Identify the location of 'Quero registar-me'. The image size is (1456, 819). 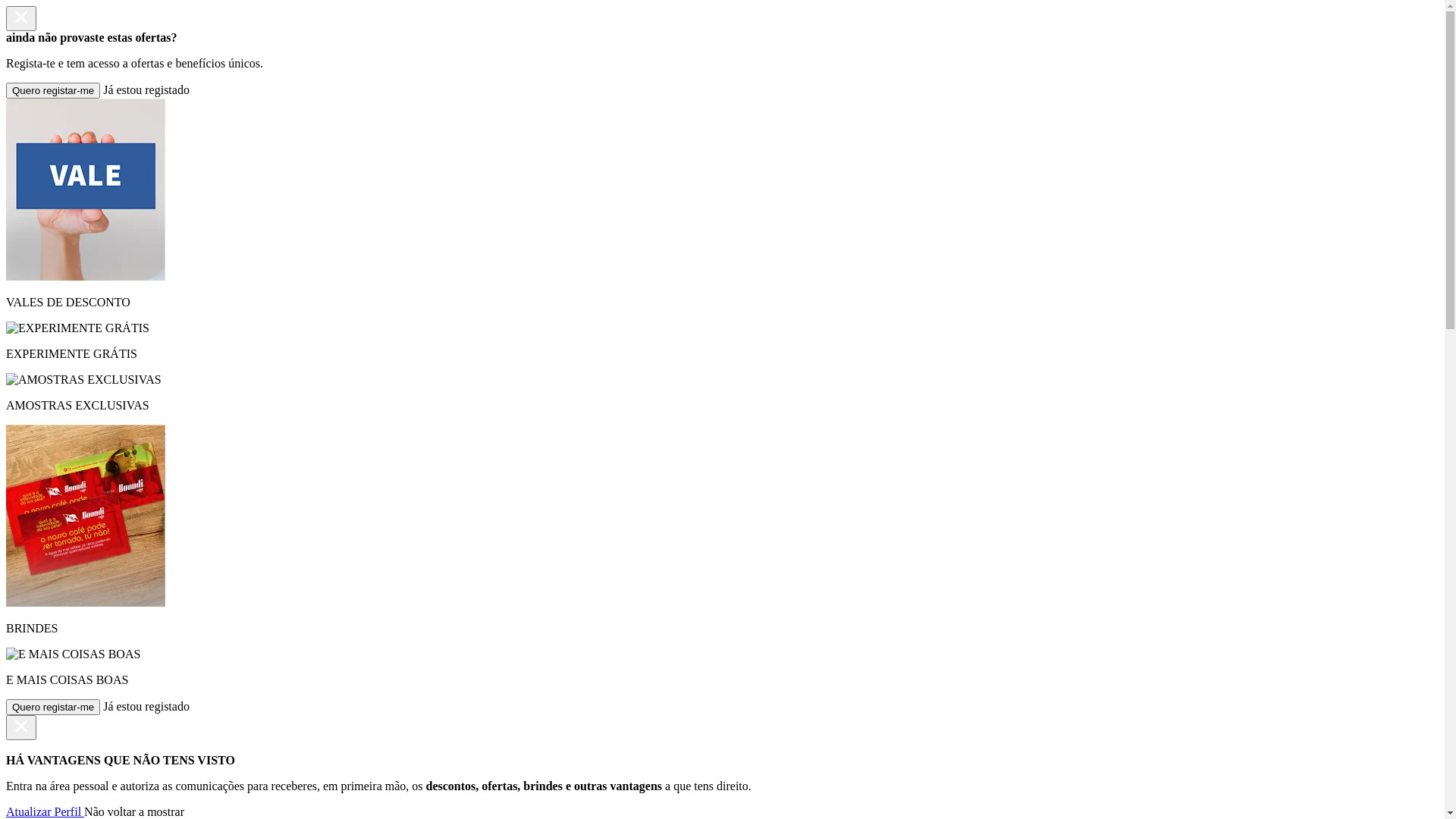
(53, 707).